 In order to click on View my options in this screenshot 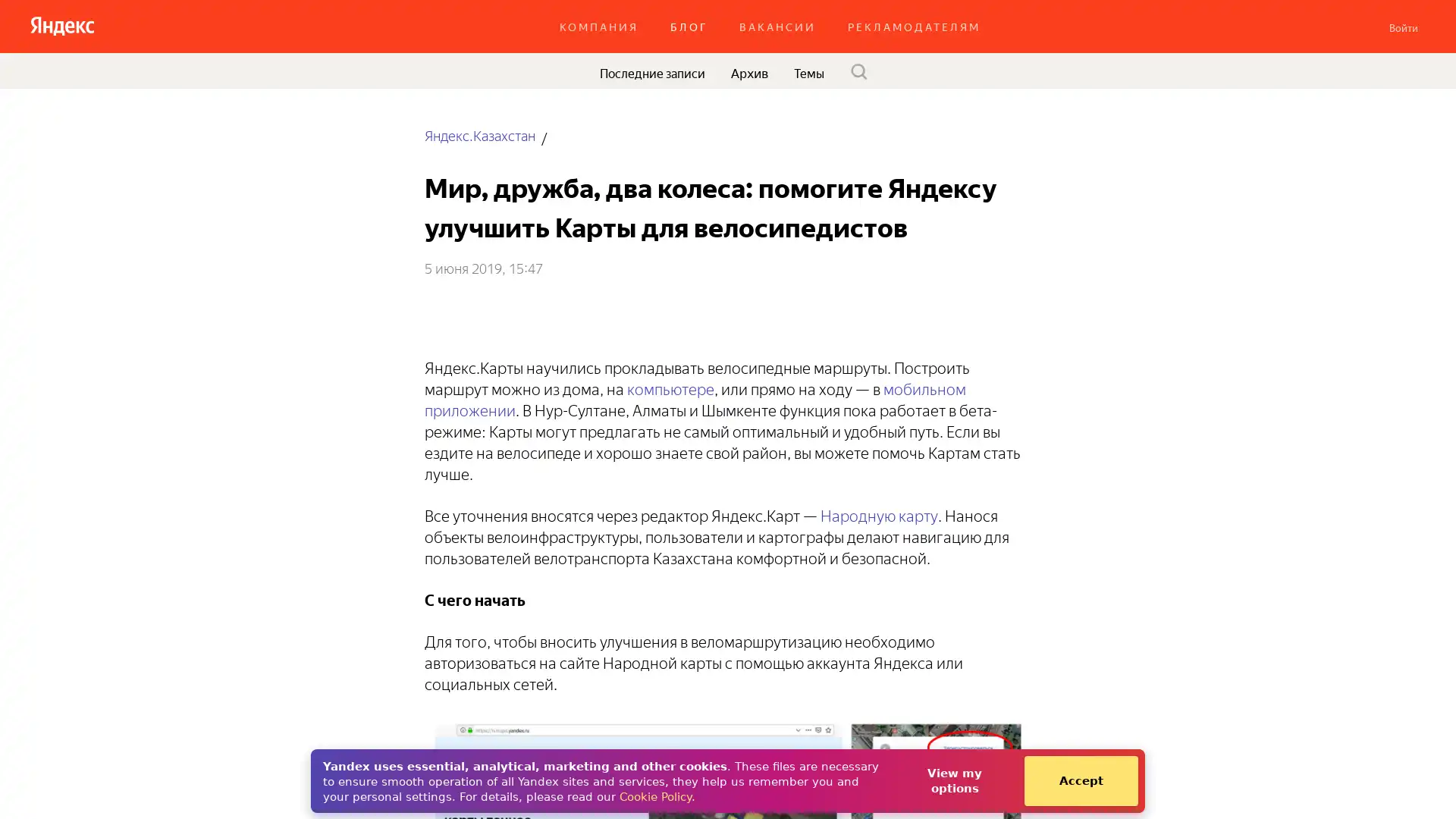, I will do `click(953, 780)`.